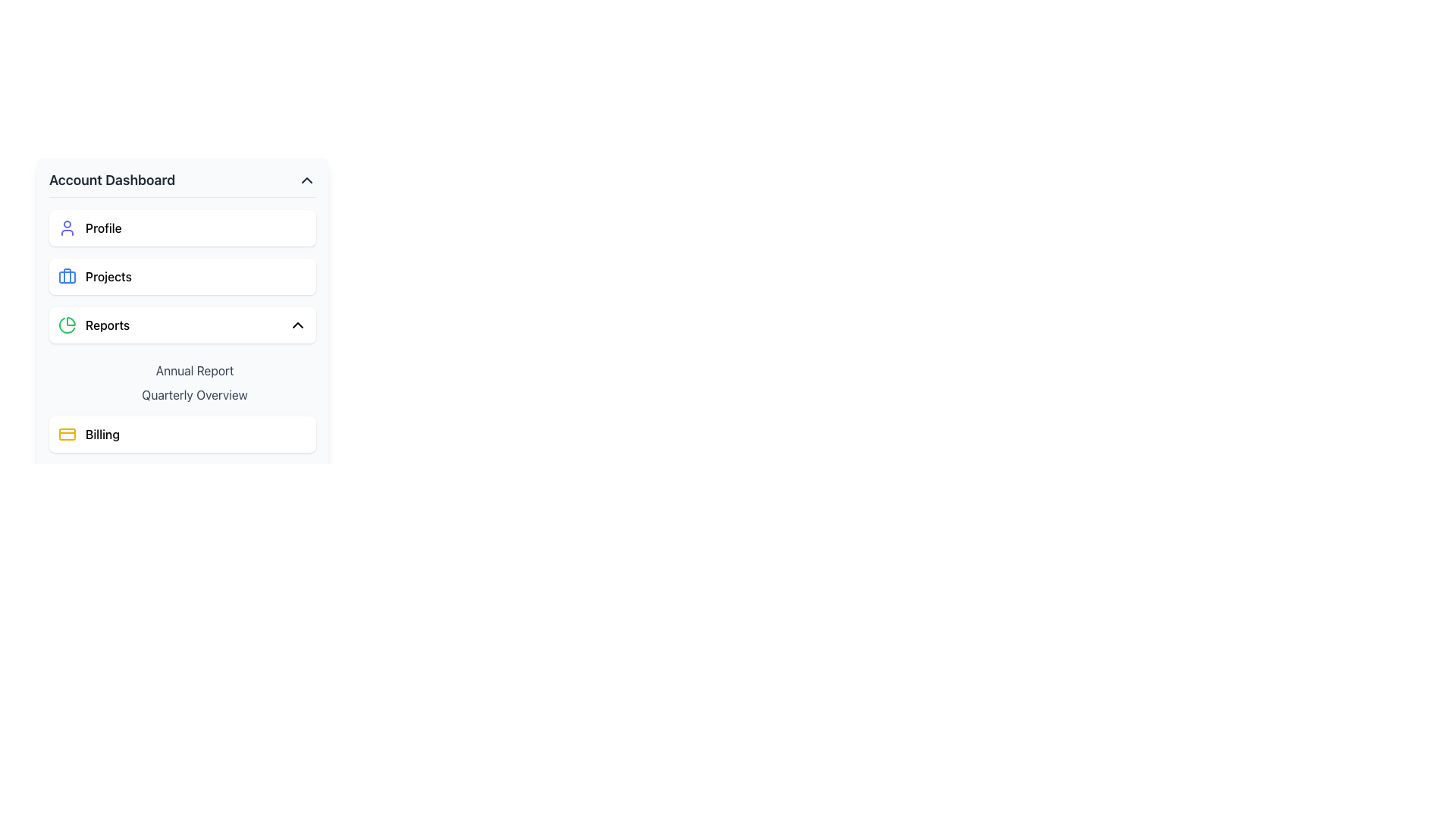  What do you see at coordinates (67, 278) in the screenshot?
I see `the small rounded rectangle graphical shape within the SVG element of the 'Projects' menu item` at bounding box center [67, 278].